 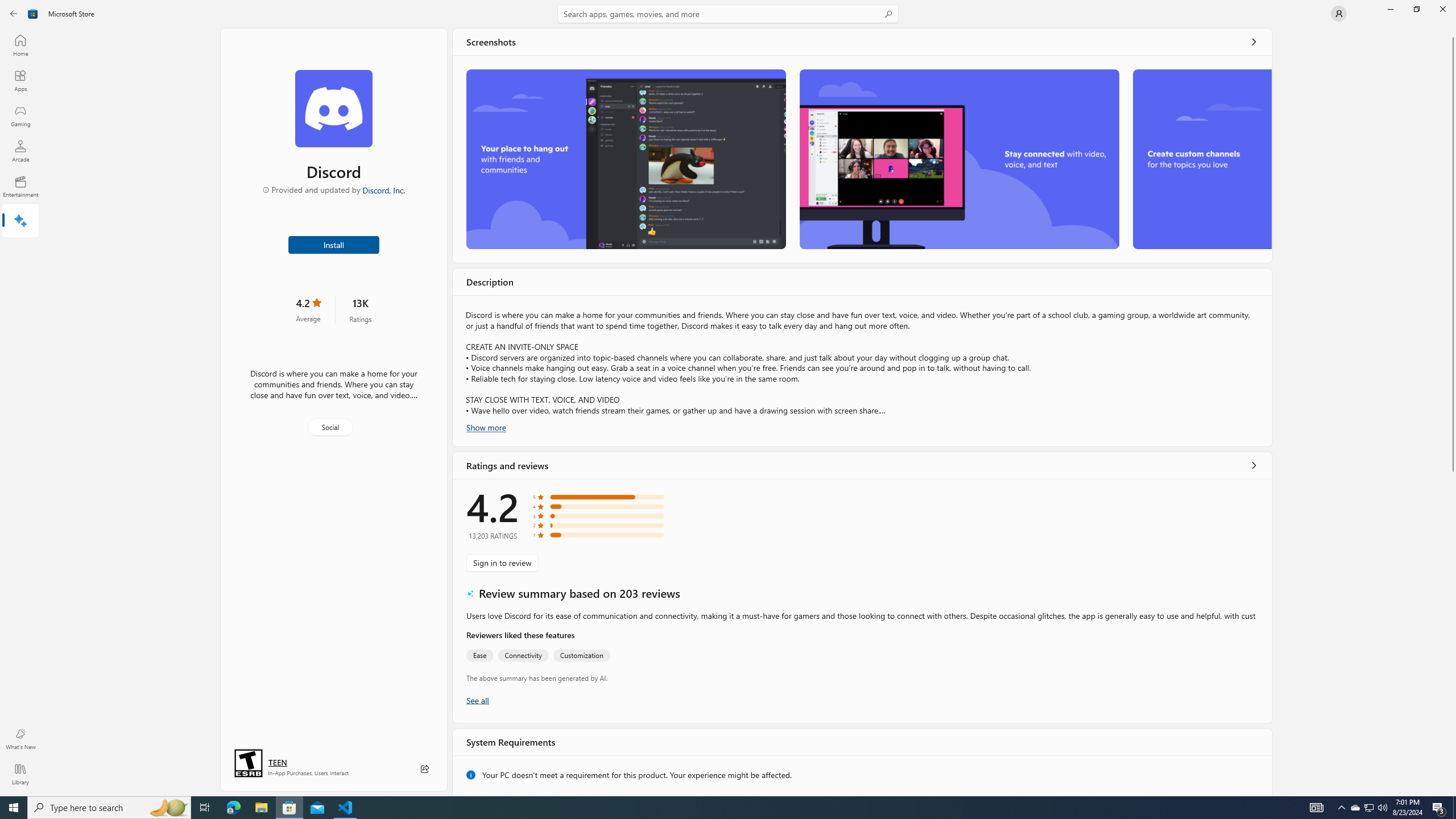 I want to click on 'What', so click(x=19, y=738).